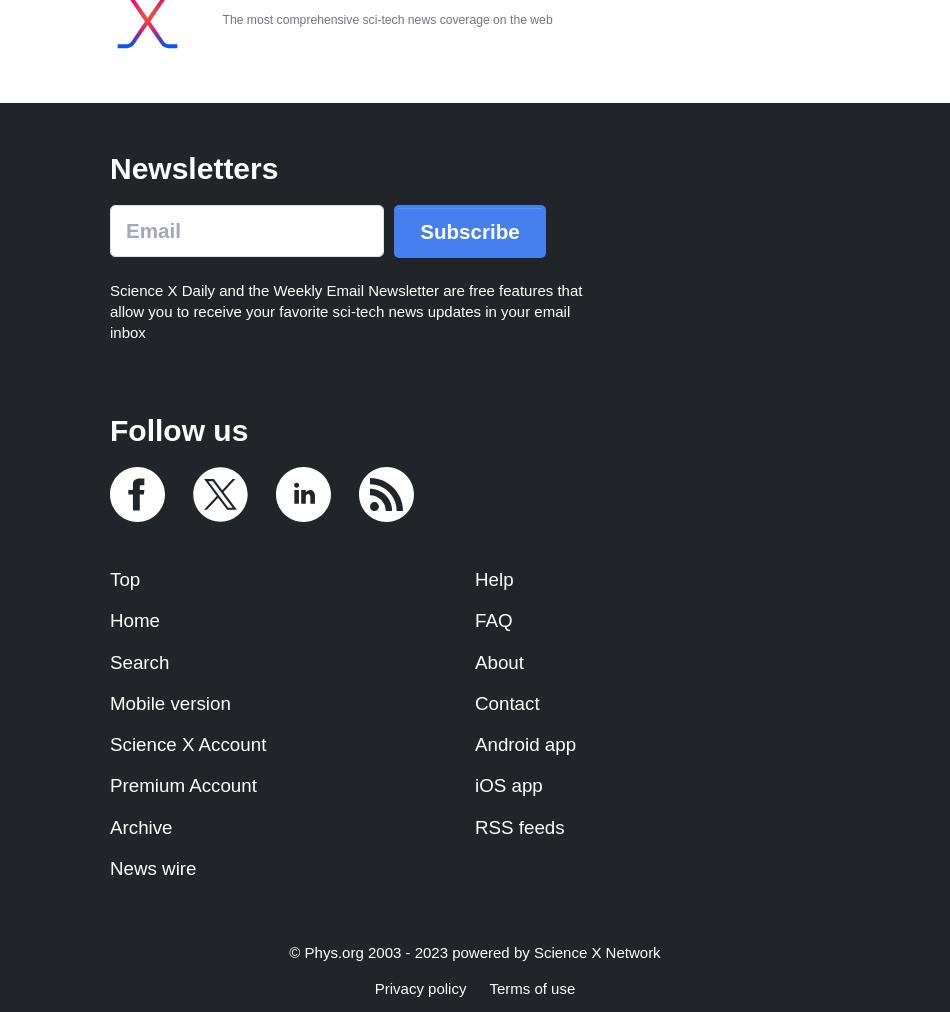 The width and height of the screenshot is (950, 1012). I want to click on 'iOS app', so click(508, 784).